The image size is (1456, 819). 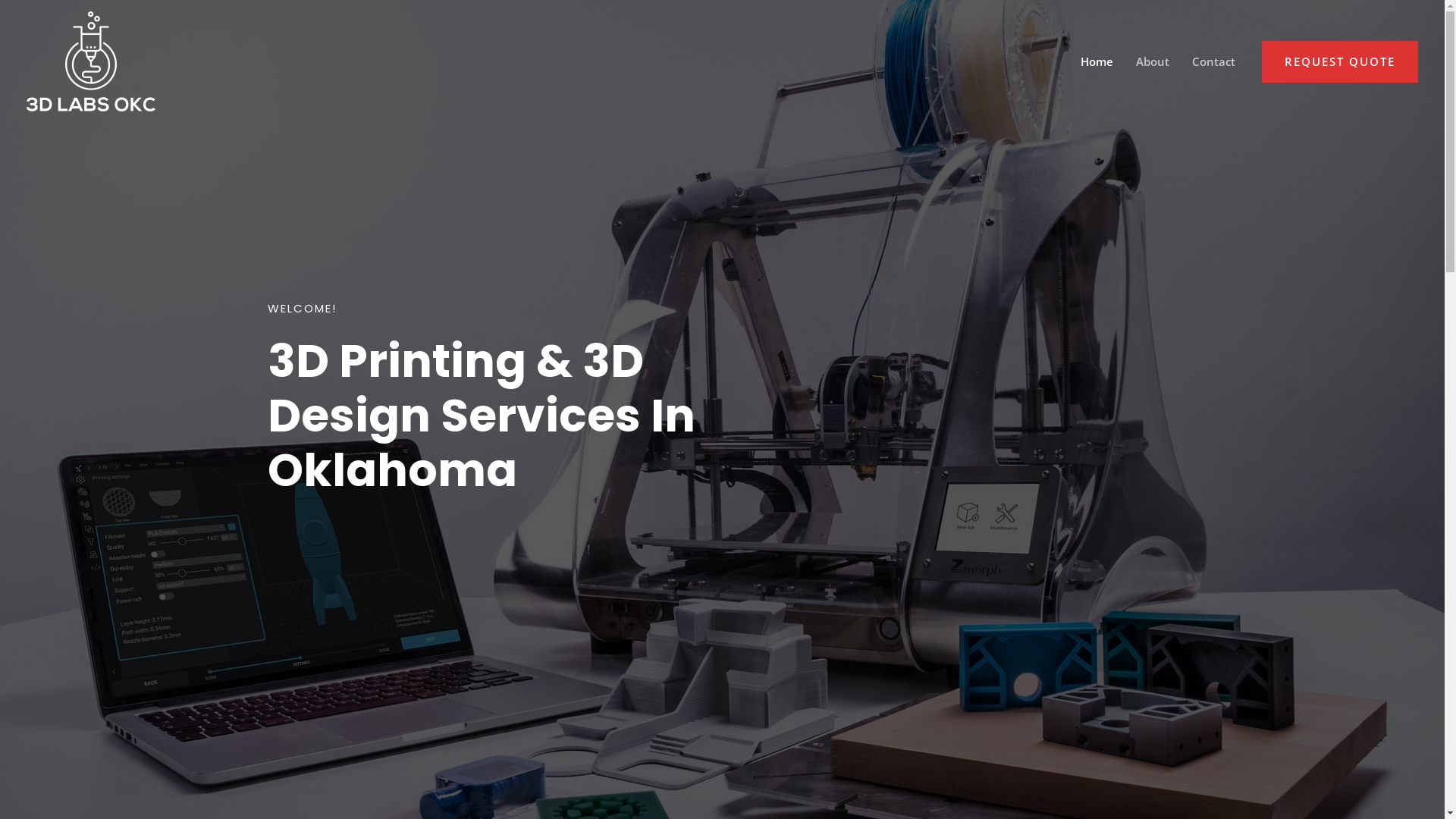 I want to click on 'Contact', so click(x=1179, y=61).